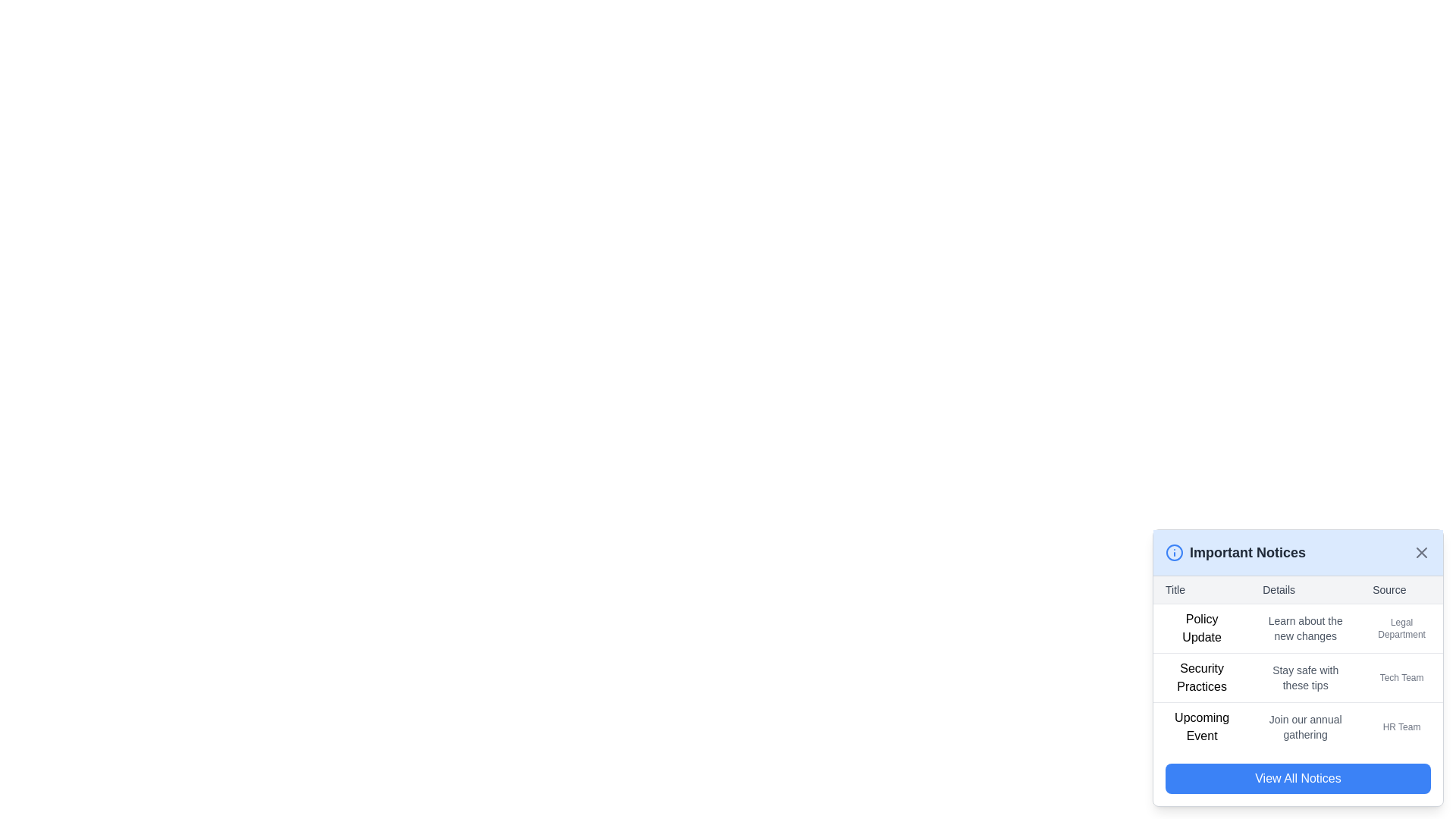 The image size is (1456, 819). Describe the element at coordinates (1298, 725) in the screenshot. I see `textual content from the last row of the list, which includes 'Upcoming Event', 'Join our annual gathering', and 'HR Team'` at that location.